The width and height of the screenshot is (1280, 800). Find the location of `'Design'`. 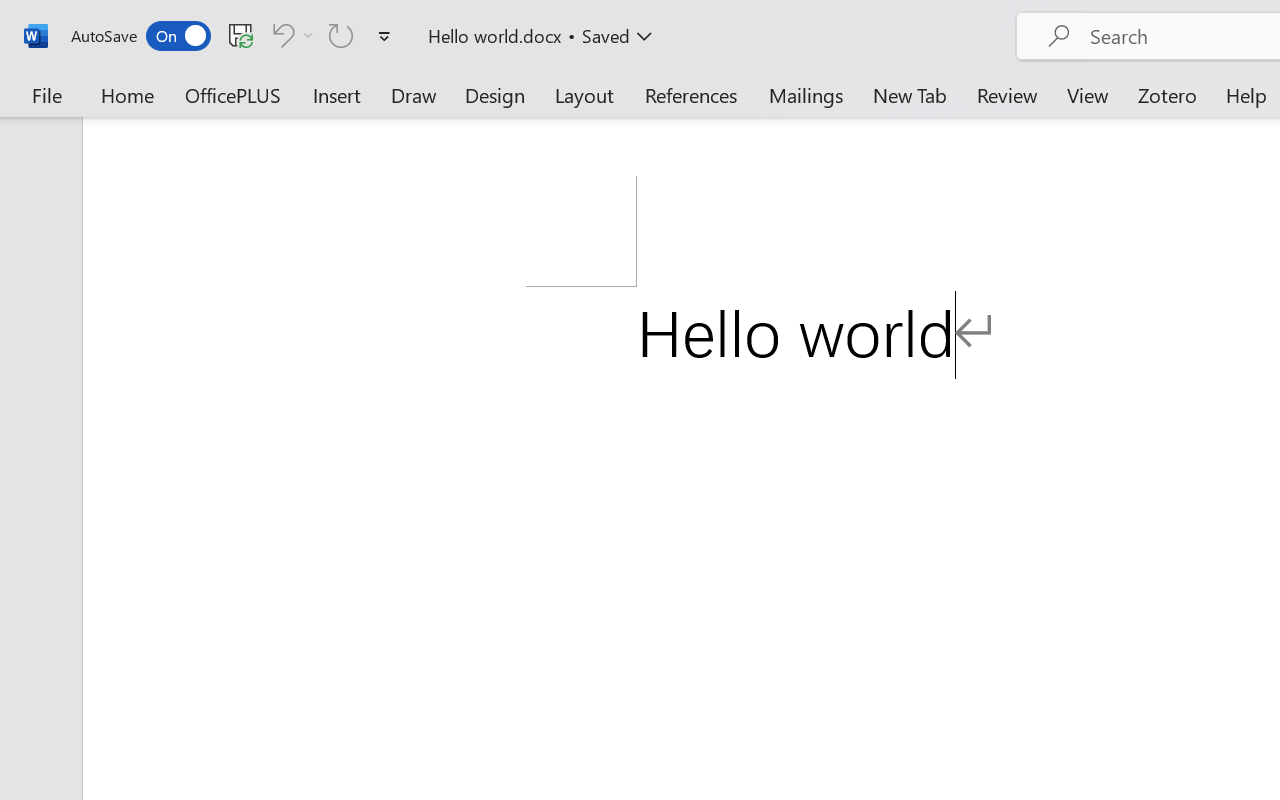

'Design' is located at coordinates (495, 94).